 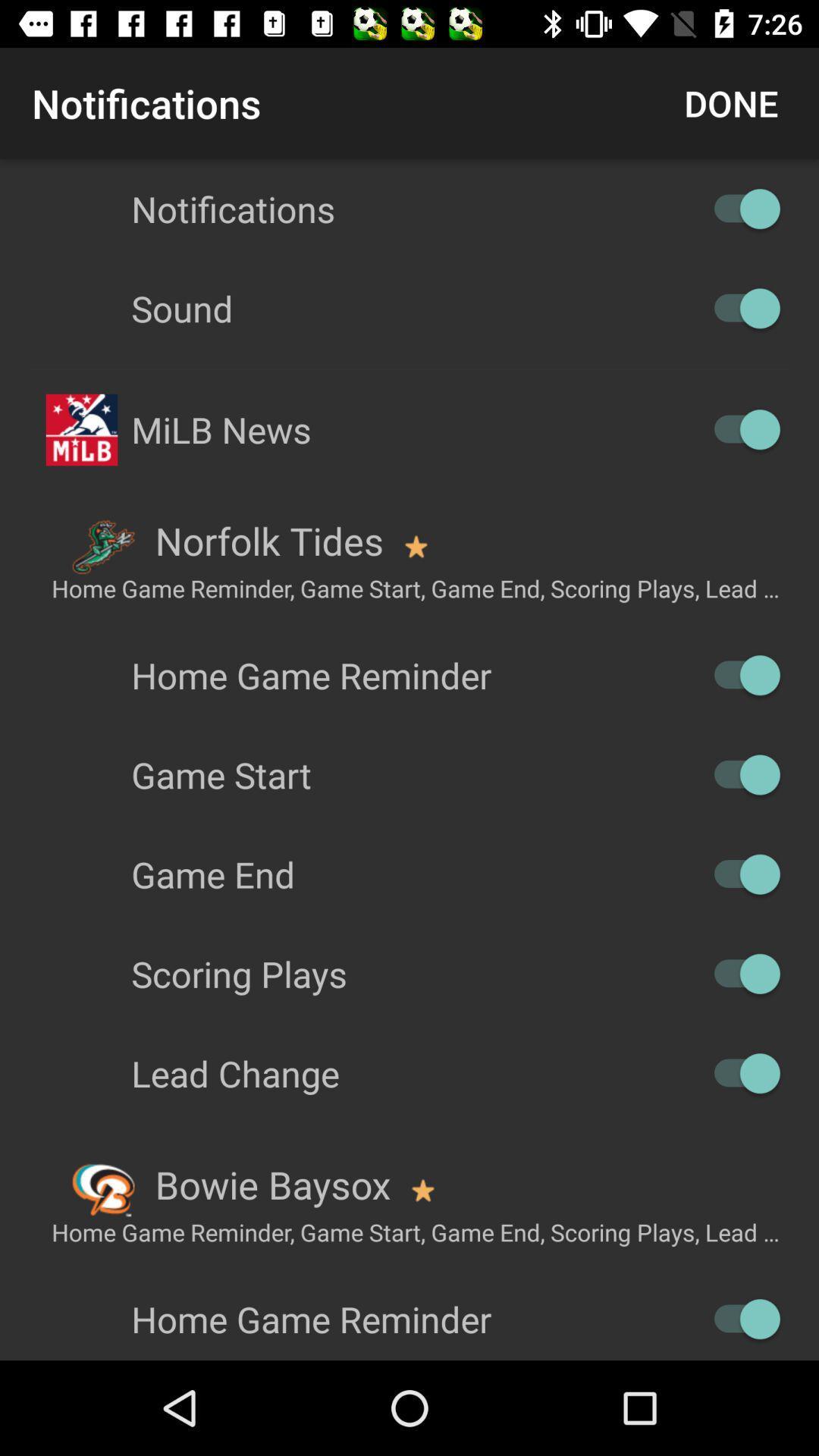 I want to click on disable home game reminder, so click(x=739, y=674).